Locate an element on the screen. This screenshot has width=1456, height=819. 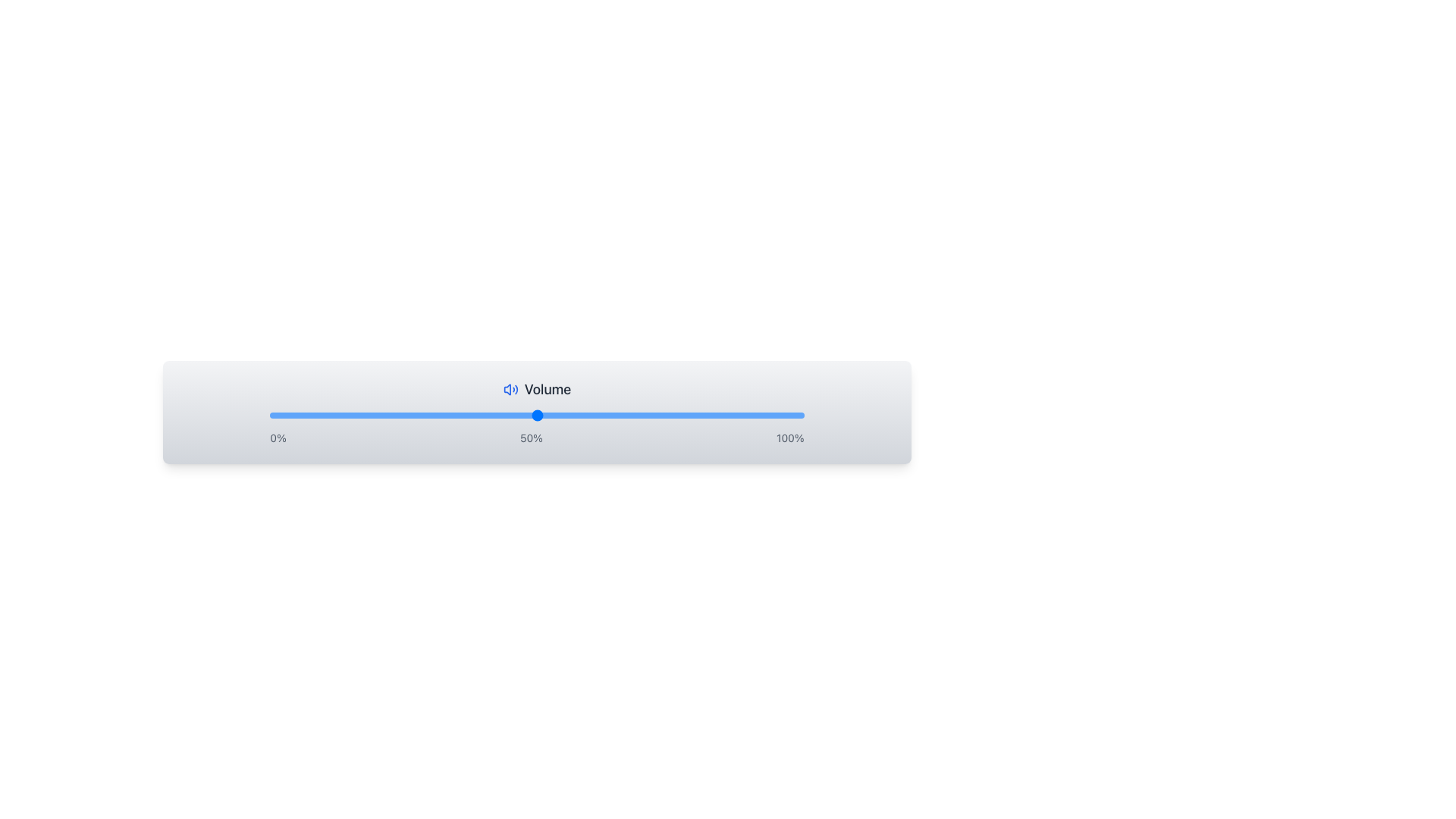
the volume is located at coordinates (371, 415).